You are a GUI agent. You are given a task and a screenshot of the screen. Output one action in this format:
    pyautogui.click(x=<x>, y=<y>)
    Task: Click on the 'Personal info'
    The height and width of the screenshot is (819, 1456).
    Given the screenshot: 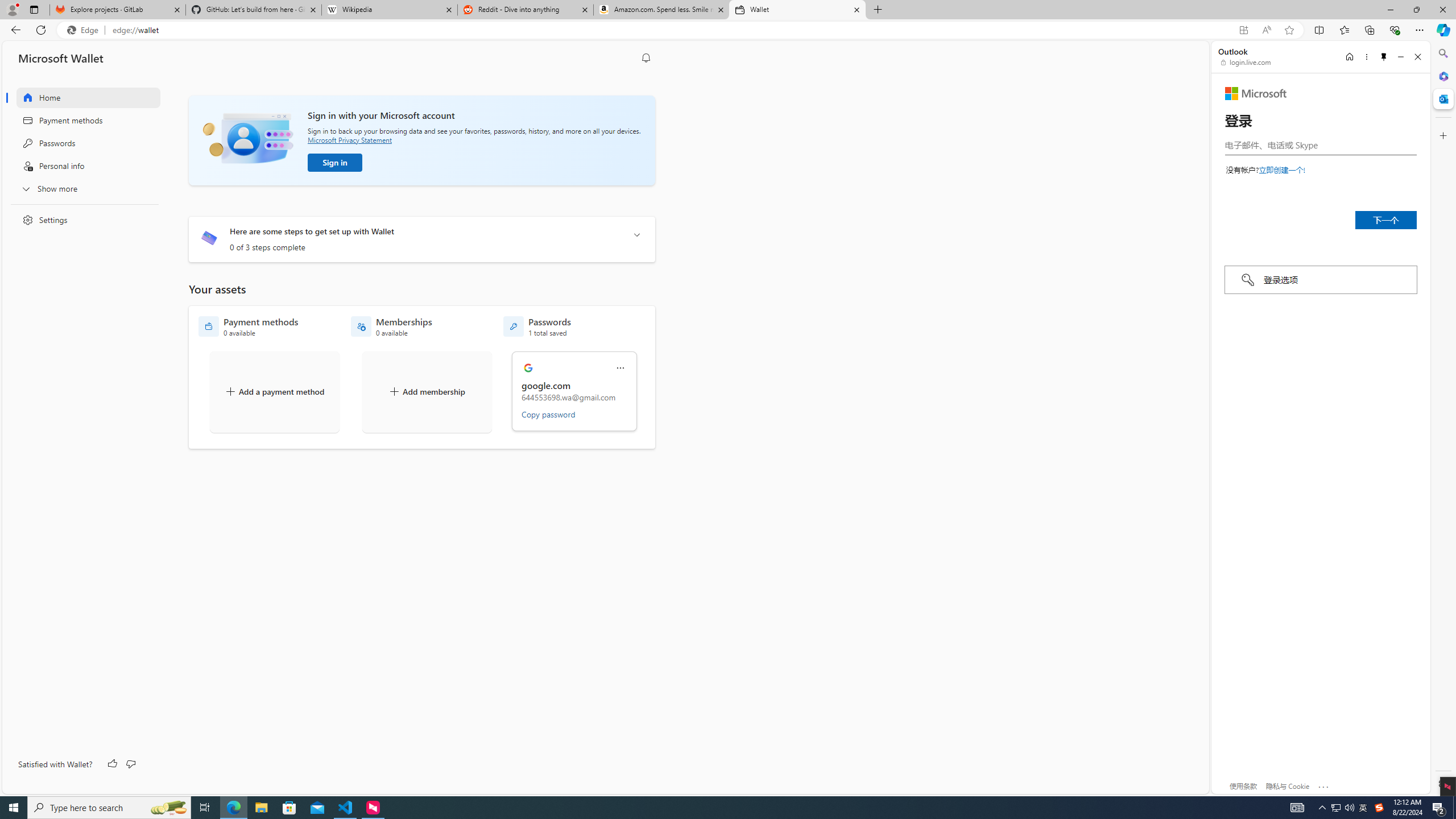 What is the action you would take?
    pyautogui.click(x=81, y=166)
    